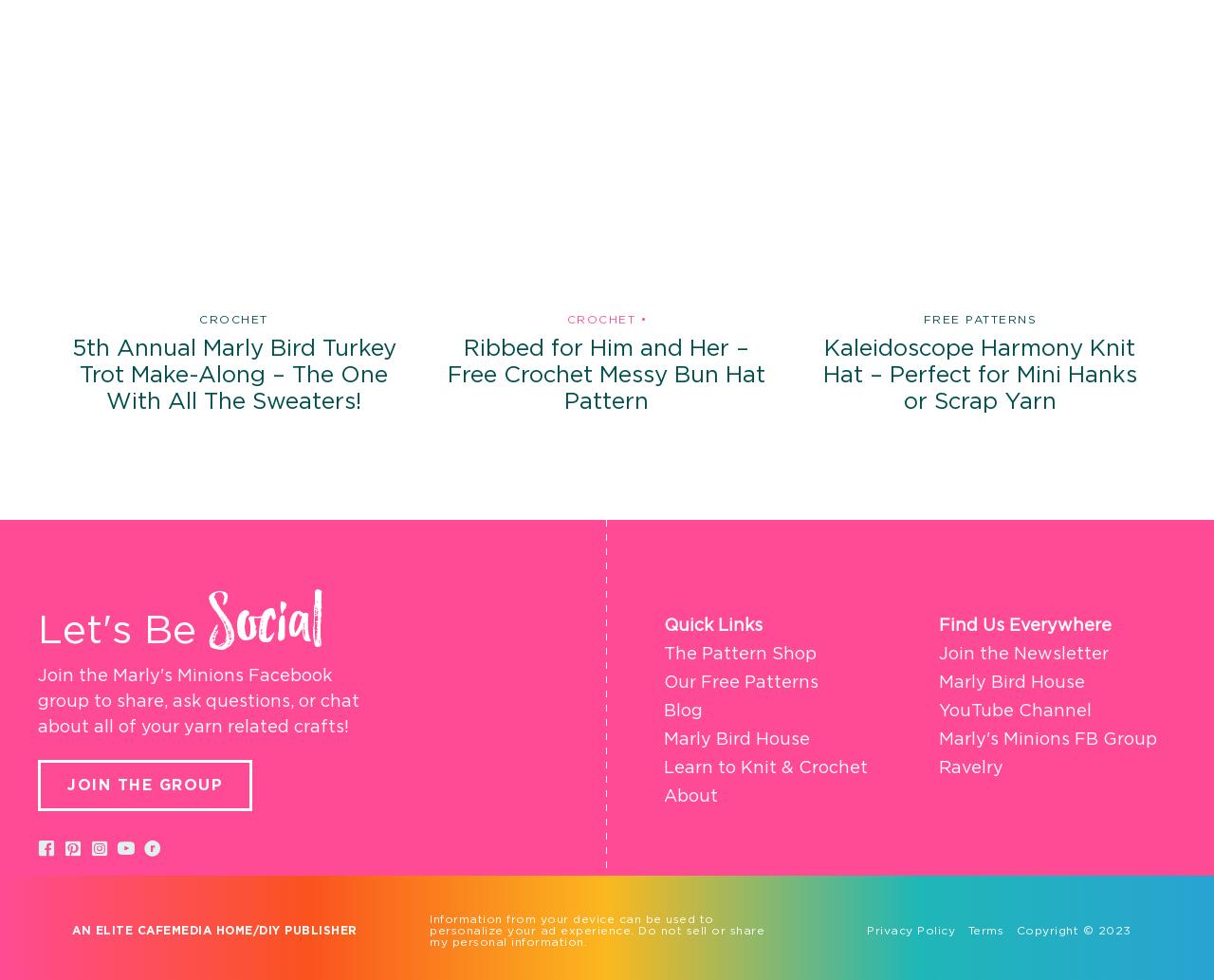 This screenshot has width=1214, height=980. I want to click on 'Join the Newsletter', so click(1022, 654).